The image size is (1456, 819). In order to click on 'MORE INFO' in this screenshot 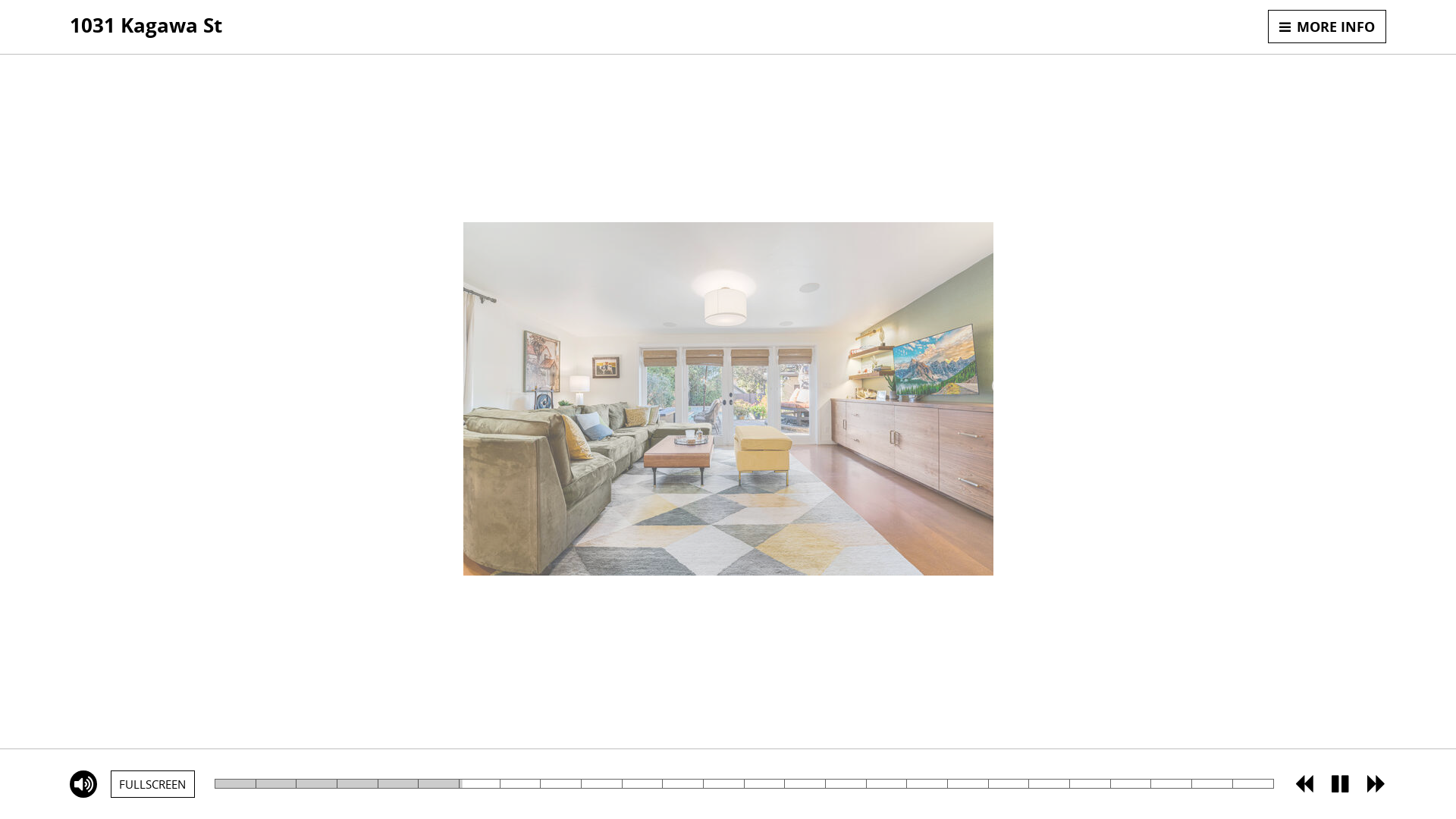, I will do `click(1267, 26)`.